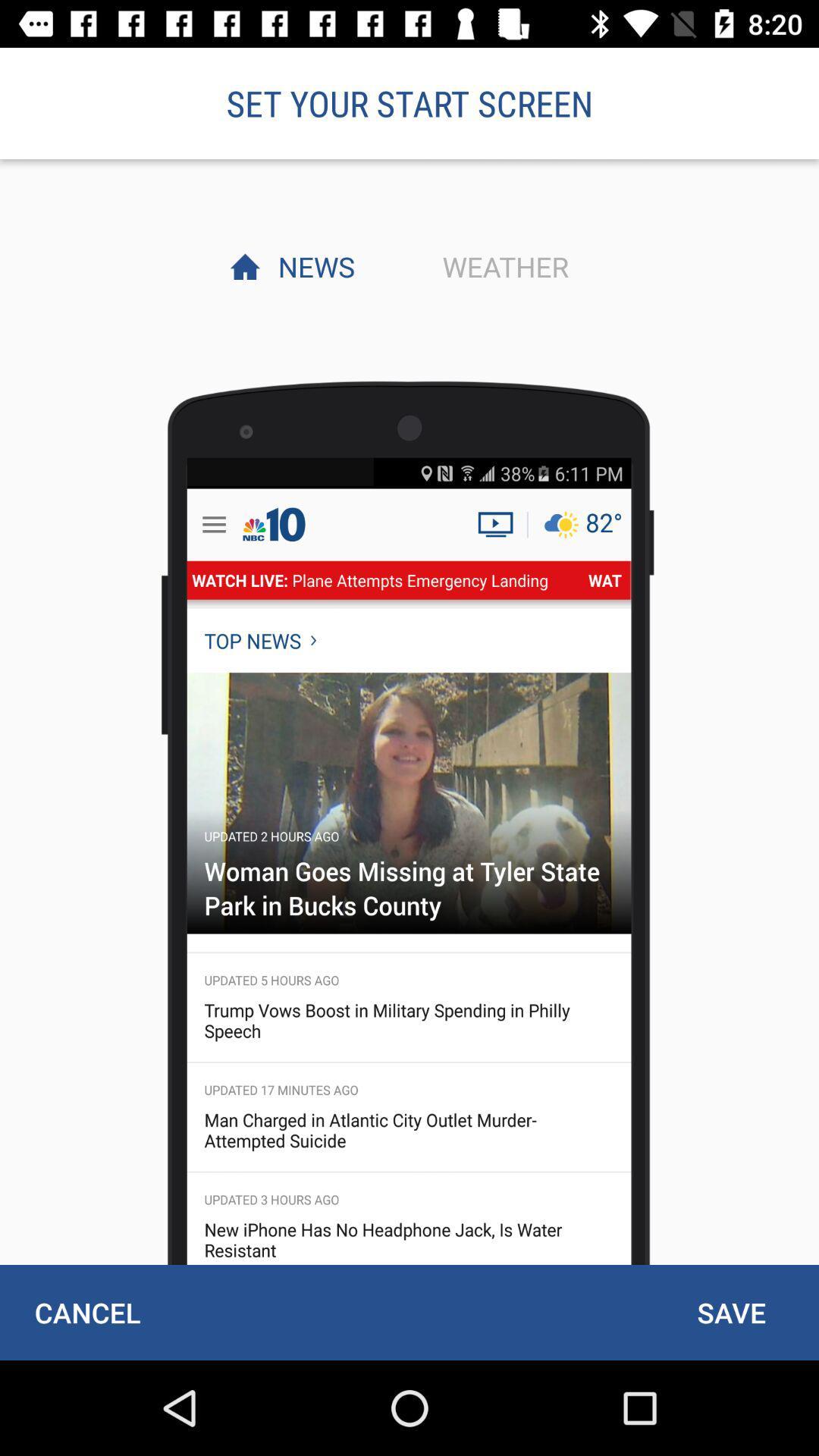 This screenshot has height=1456, width=819. Describe the element at coordinates (87, 1312) in the screenshot. I see `the cancel item` at that location.